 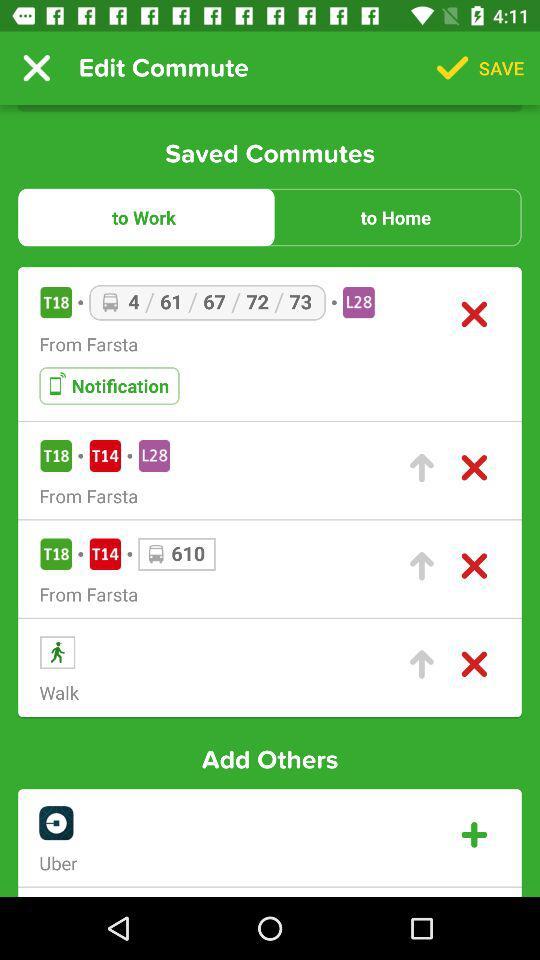 What do you see at coordinates (473, 314) in the screenshot?
I see `remove item` at bounding box center [473, 314].